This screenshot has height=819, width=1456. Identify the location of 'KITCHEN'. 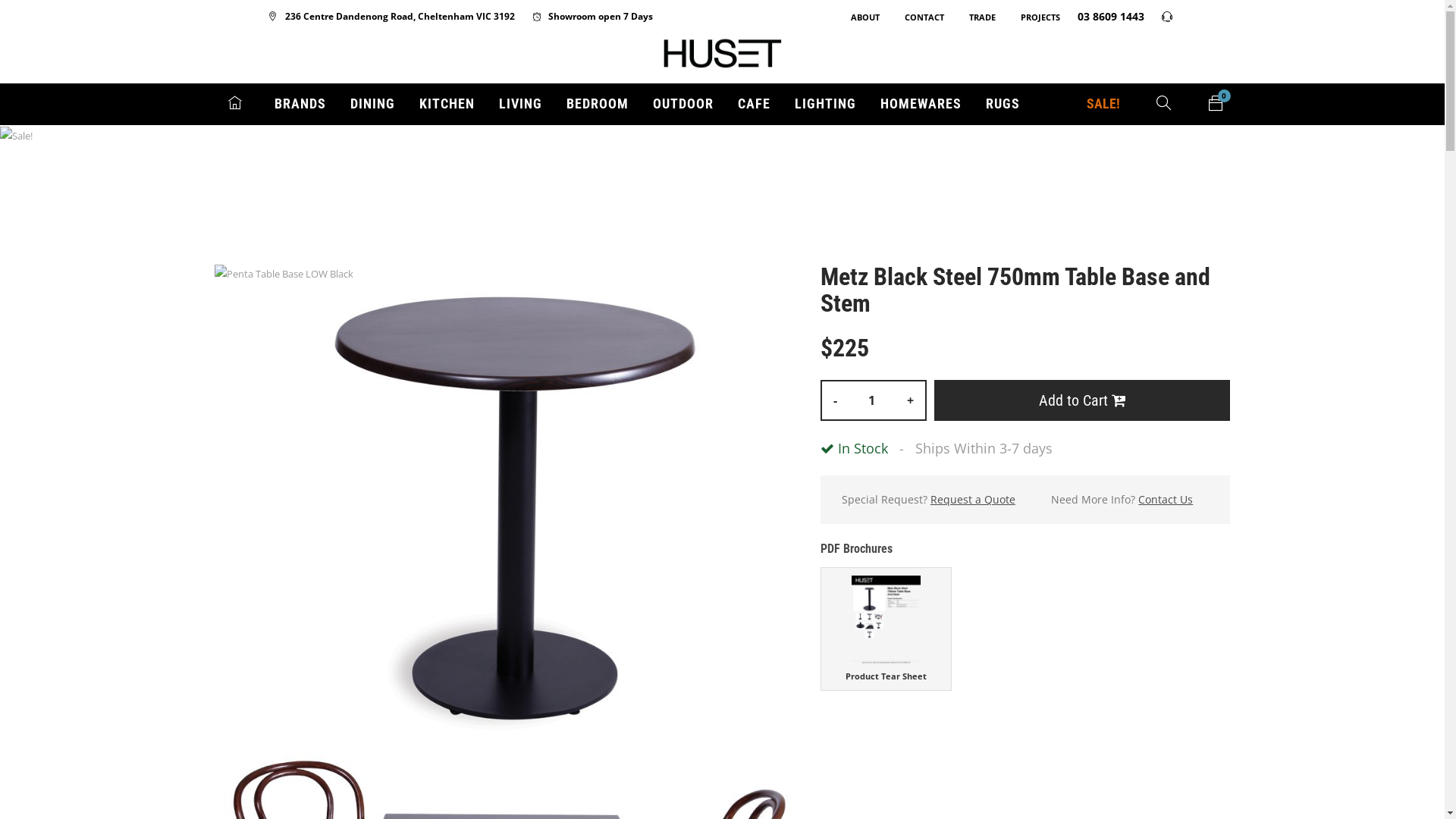
(445, 103).